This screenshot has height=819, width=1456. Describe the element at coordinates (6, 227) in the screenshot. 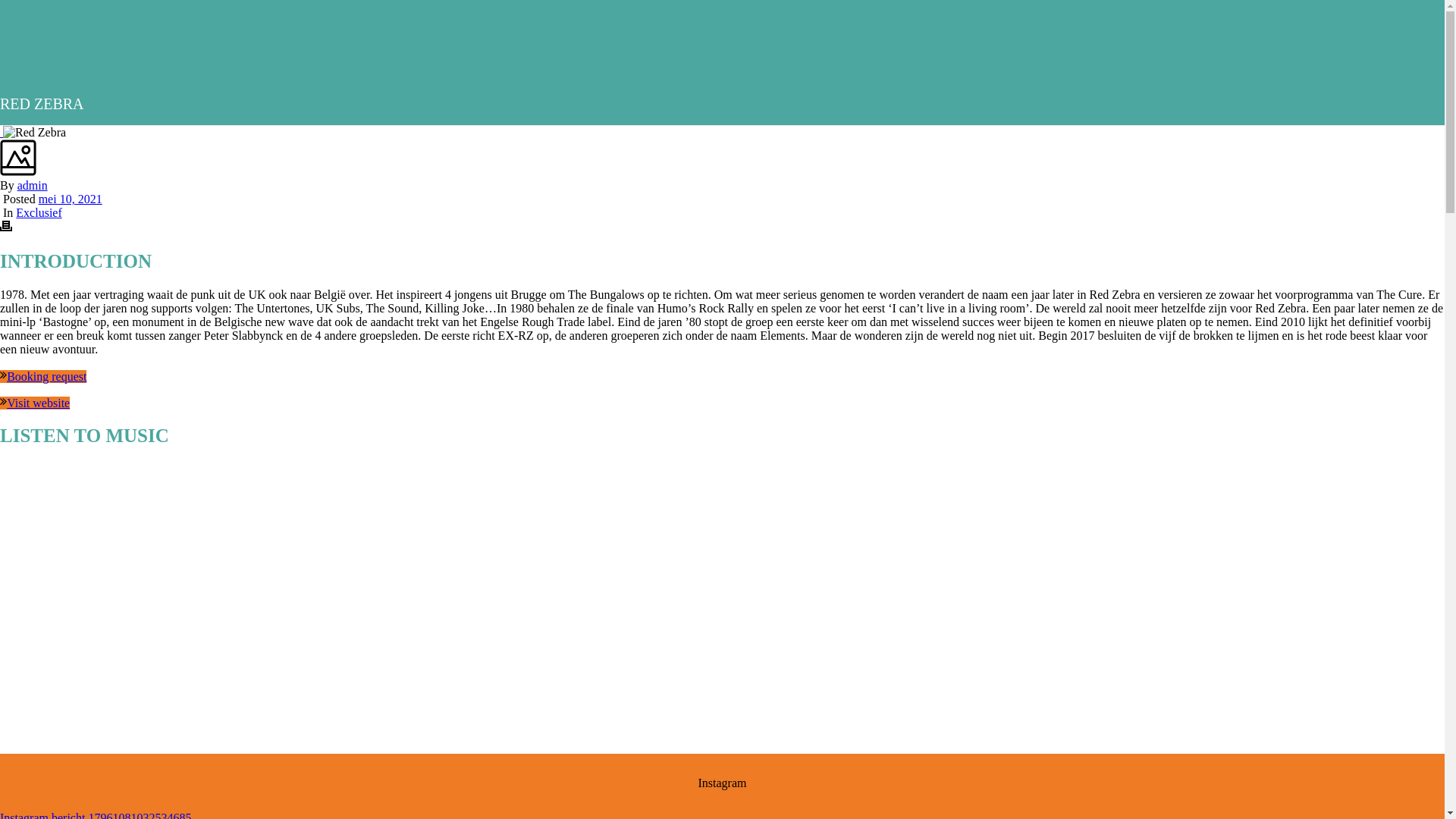

I see `'Print'` at that location.